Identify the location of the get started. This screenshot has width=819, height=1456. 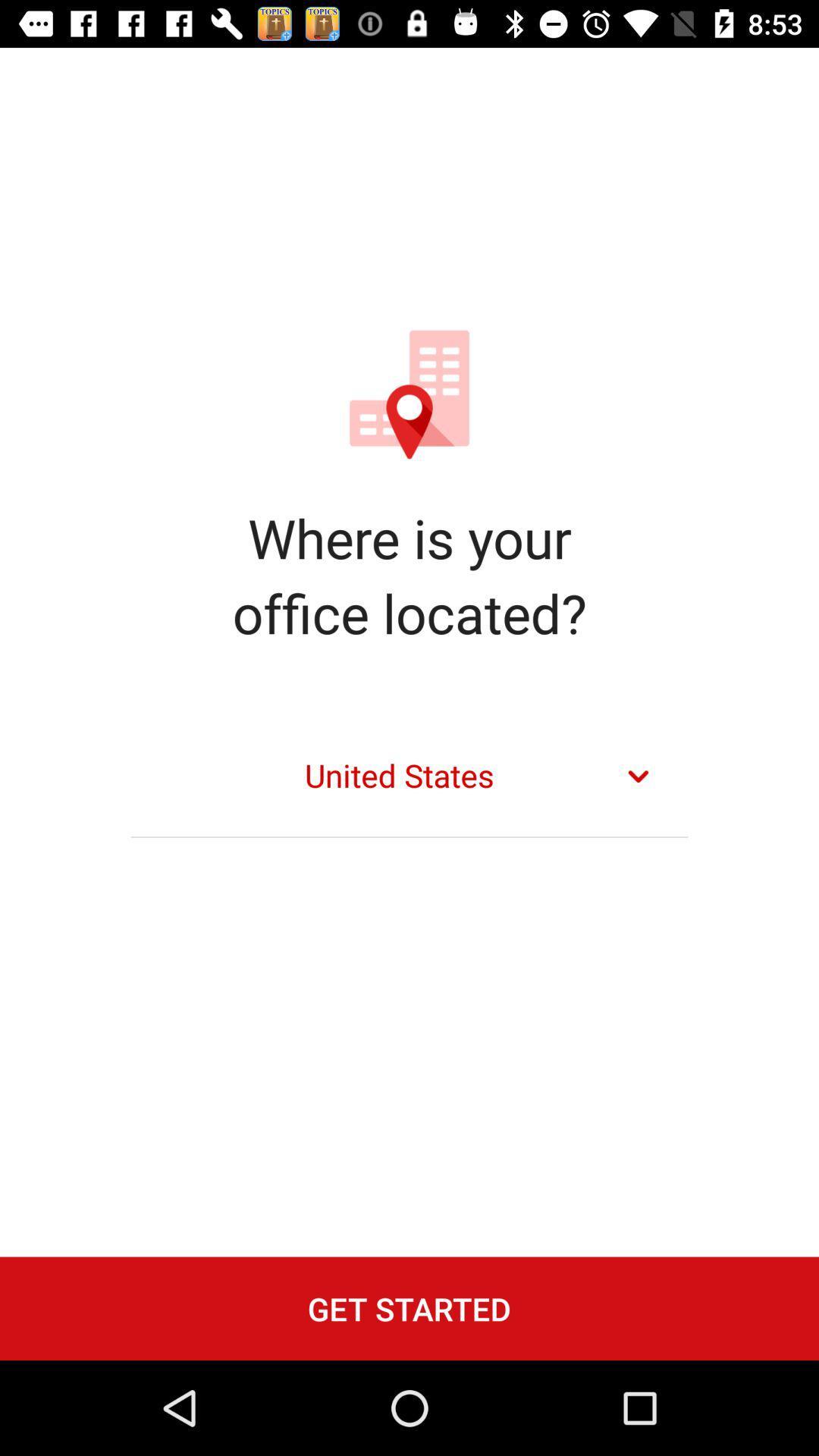
(409, 1307).